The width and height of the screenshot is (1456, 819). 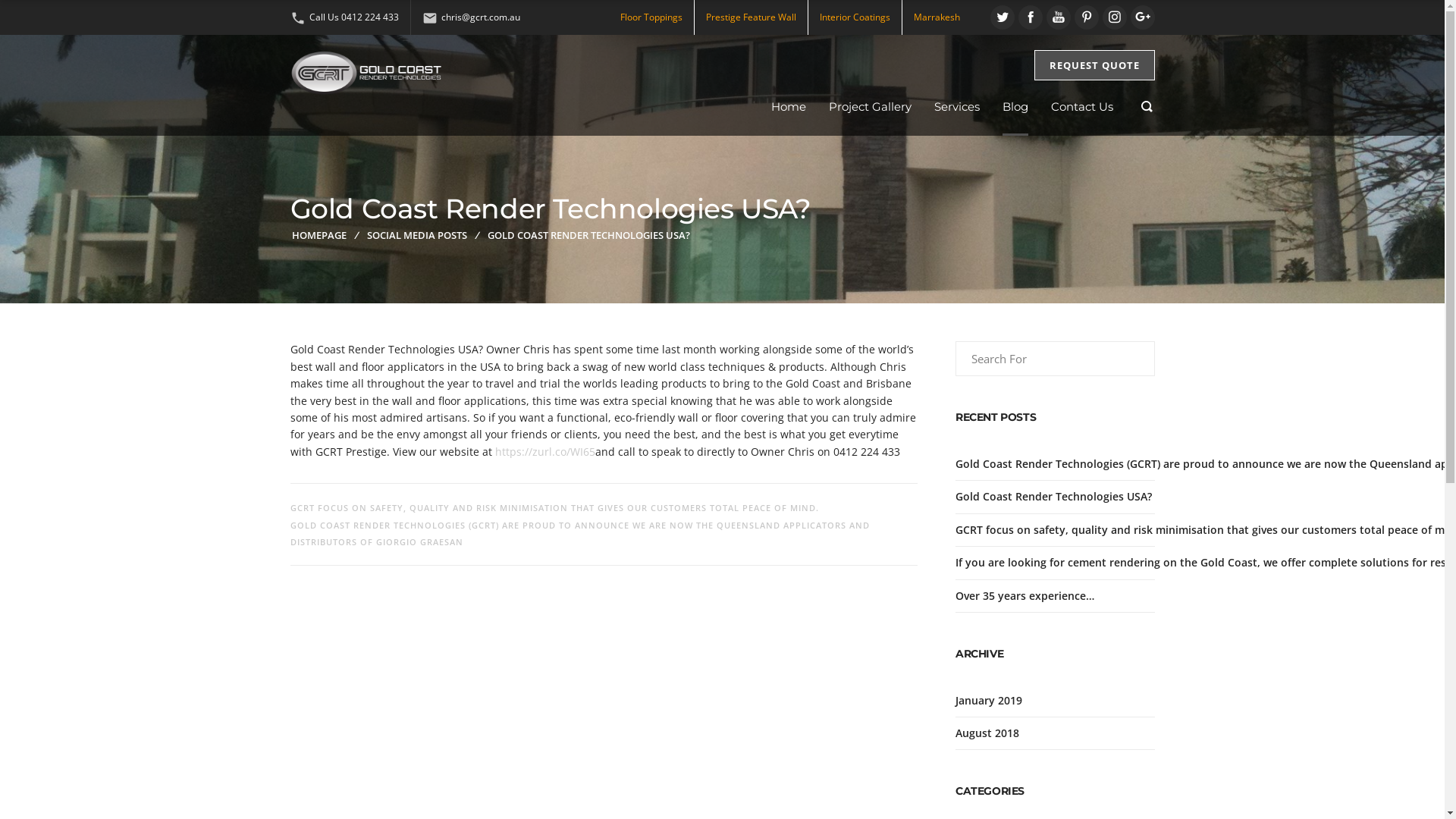 What do you see at coordinates (956, 107) in the screenshot?
I see `'Services'` at bounding box center [956, 107].